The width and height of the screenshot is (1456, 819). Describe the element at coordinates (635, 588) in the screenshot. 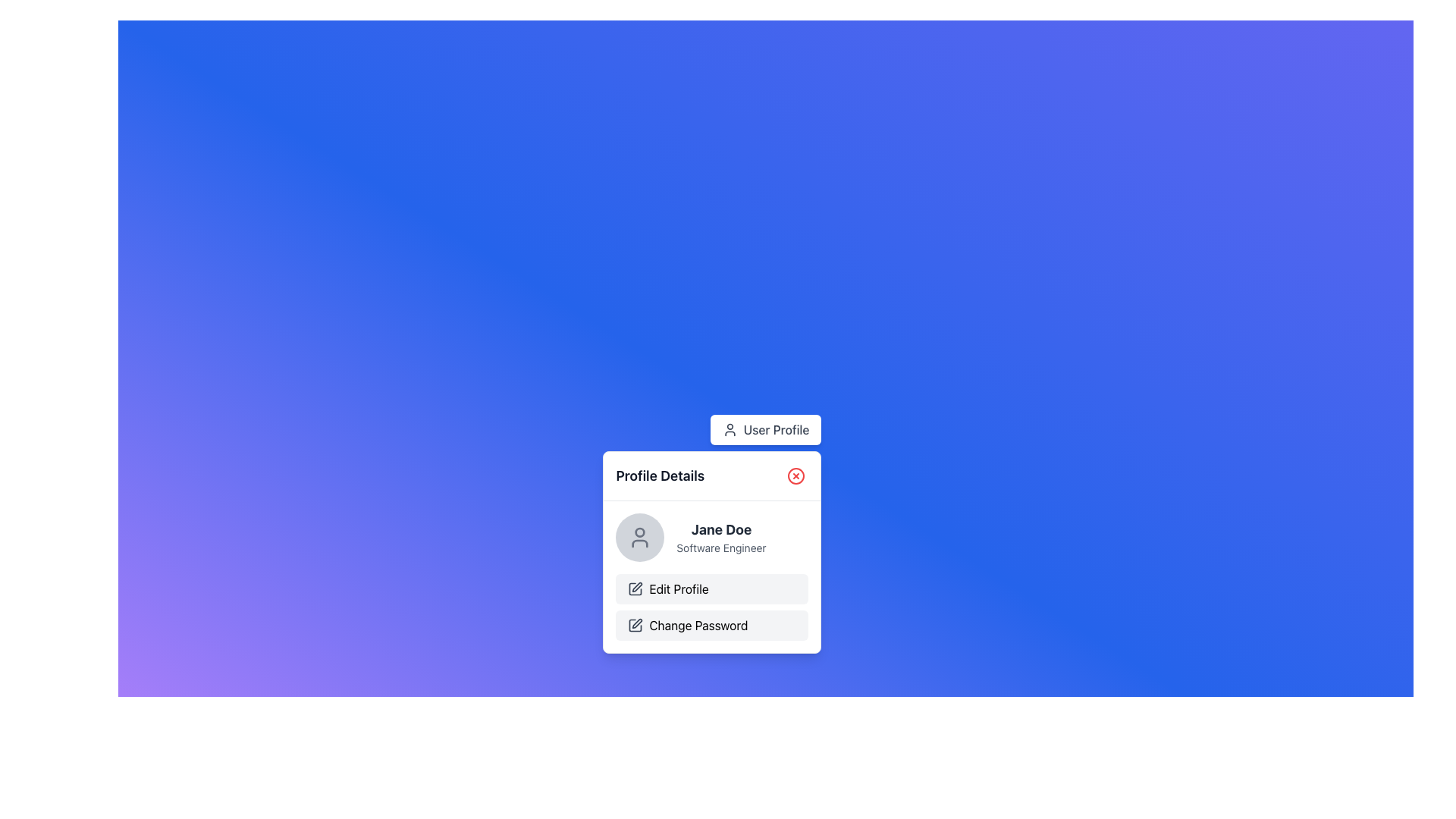

I see `the 'Edit Profile' icon located in the second row of the profile options under the 'Profile Details' section, positioned to the left of the 'Edit Profile' text` at that location.